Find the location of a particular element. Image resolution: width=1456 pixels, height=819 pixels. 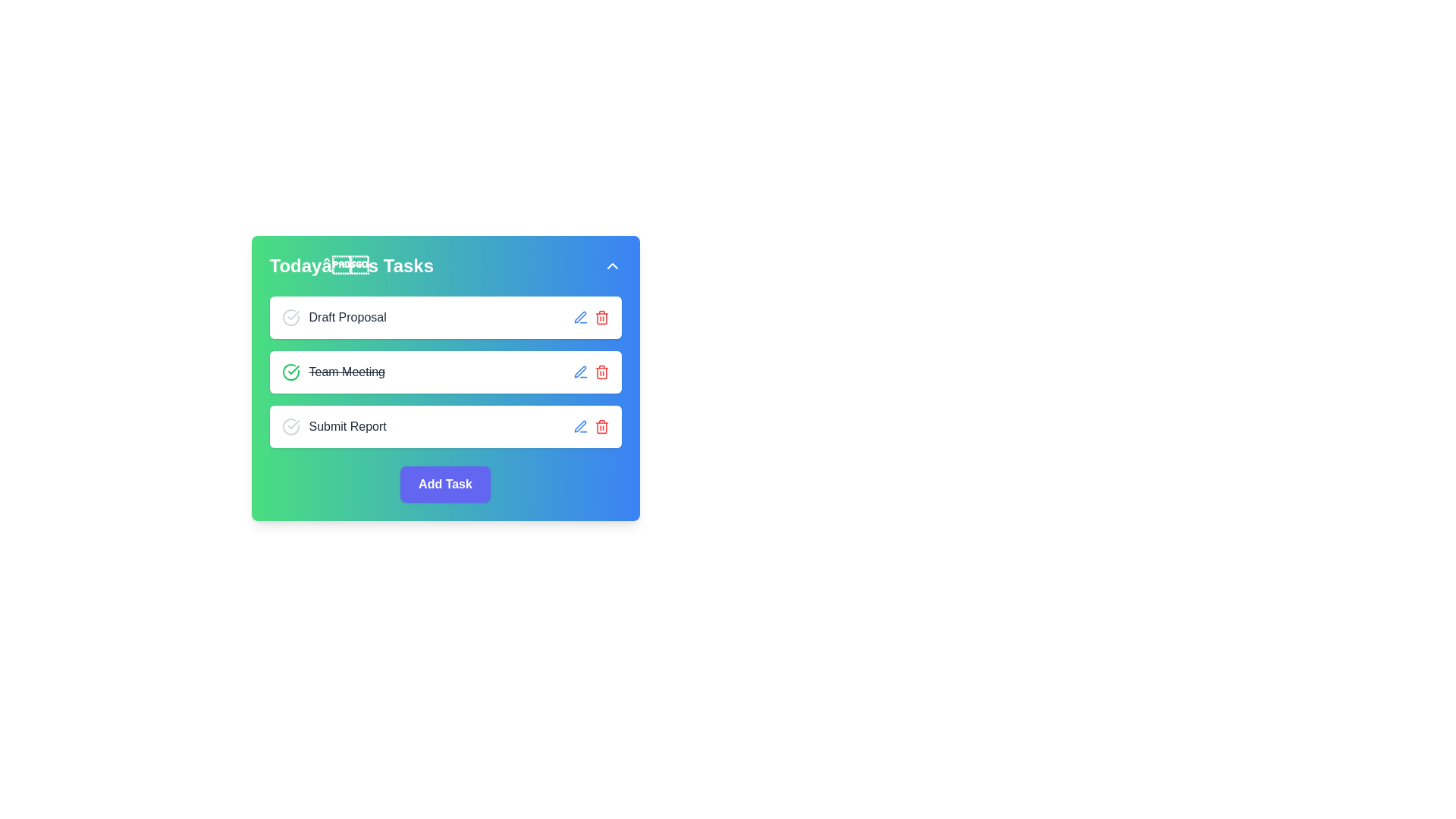

the Action buttons group (Edit and Delete) icons, which consists of a blue pen icon on the left and a red trash bin icon on the right, located in the top-right corner of the 'Draft Proposal' row is located at coordinates (590, 317).